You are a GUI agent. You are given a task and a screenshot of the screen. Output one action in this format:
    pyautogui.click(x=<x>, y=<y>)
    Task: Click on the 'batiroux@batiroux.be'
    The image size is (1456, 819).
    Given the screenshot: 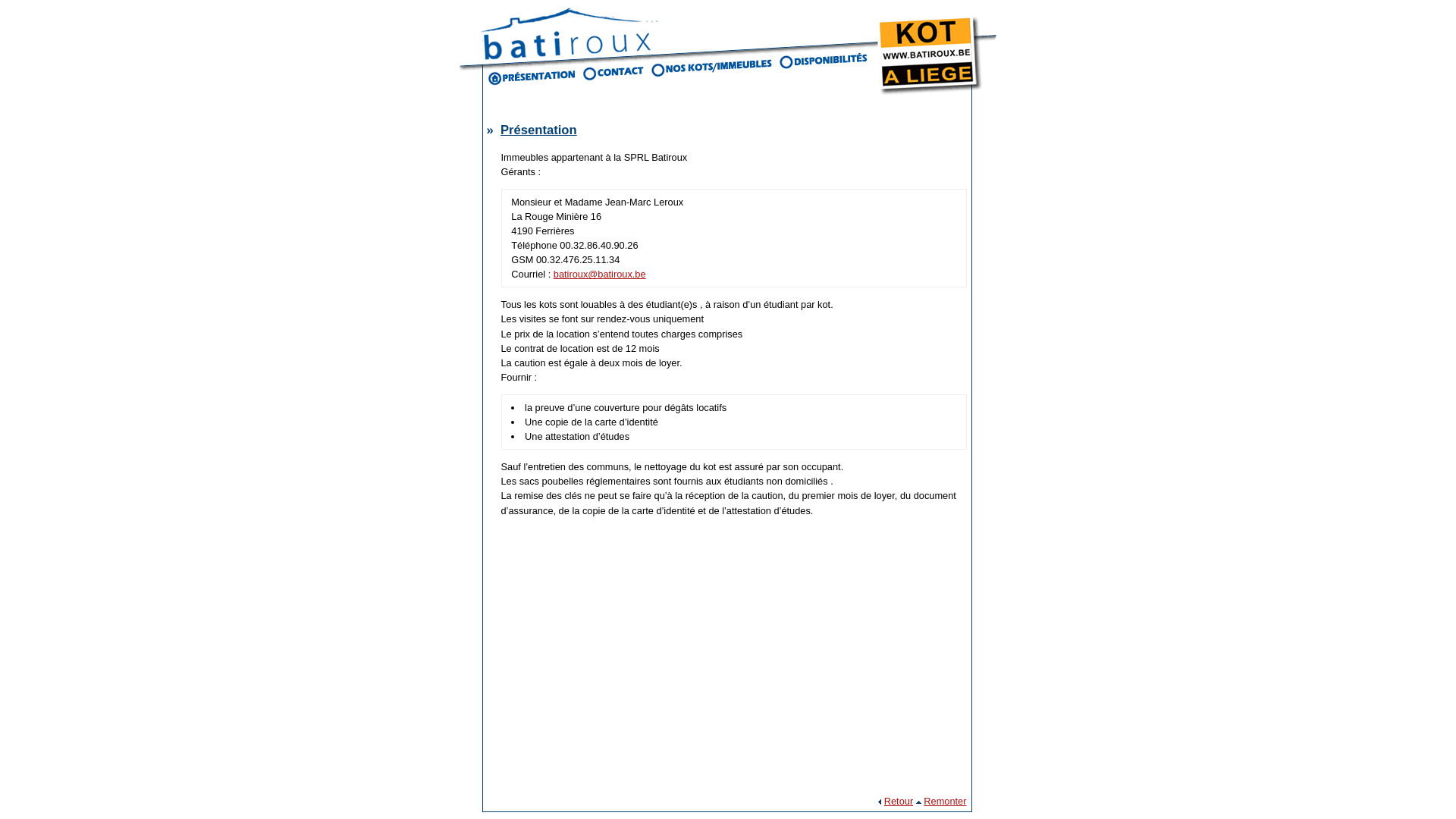 What is the action you would take?
    pyautogui.click(x=599, y=274)
    